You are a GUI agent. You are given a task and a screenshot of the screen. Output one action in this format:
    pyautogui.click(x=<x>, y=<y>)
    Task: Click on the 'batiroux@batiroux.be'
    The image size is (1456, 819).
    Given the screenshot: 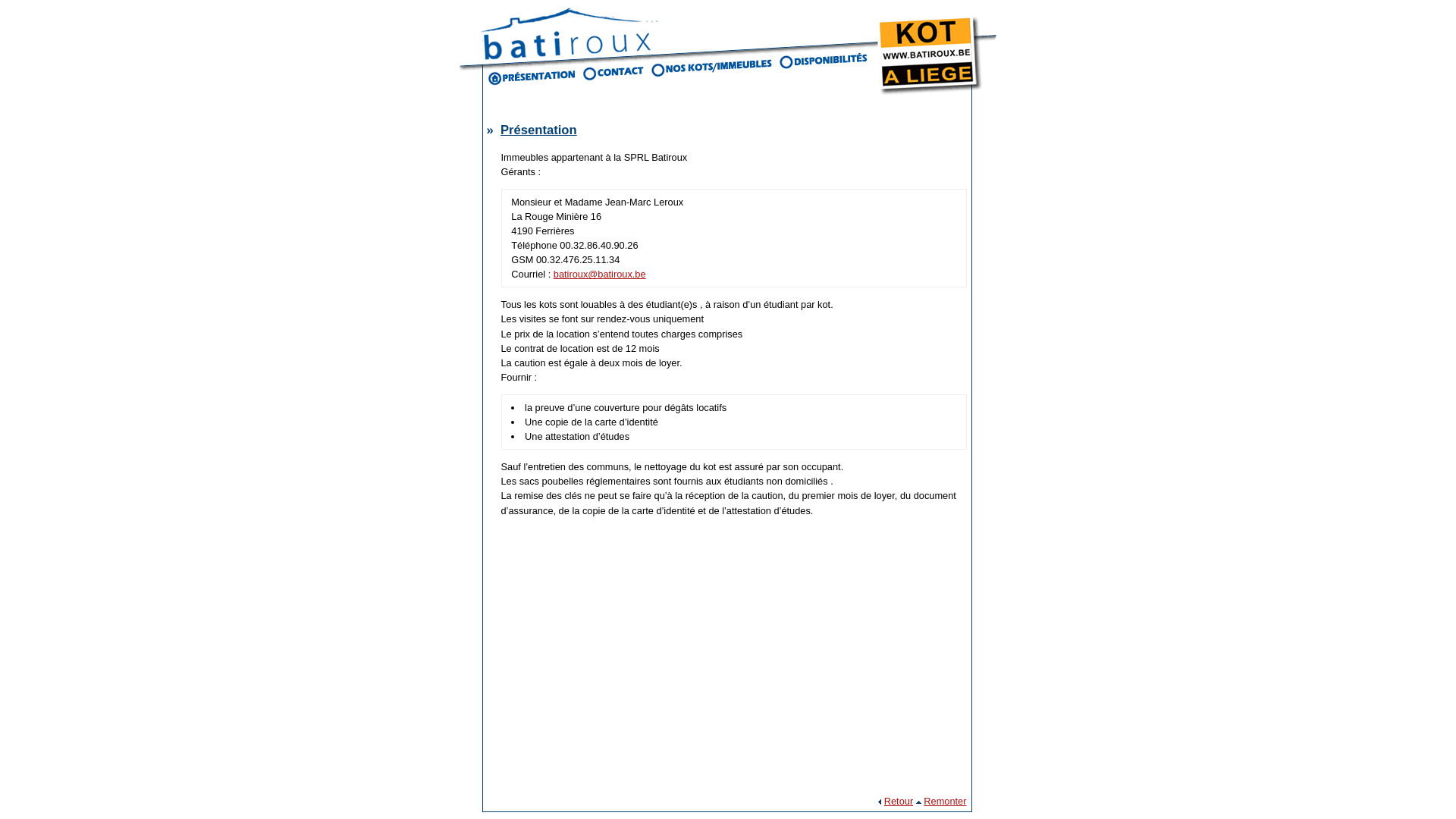 What is the action you would take?
    pyautogui.click(x=599, y=274)
    